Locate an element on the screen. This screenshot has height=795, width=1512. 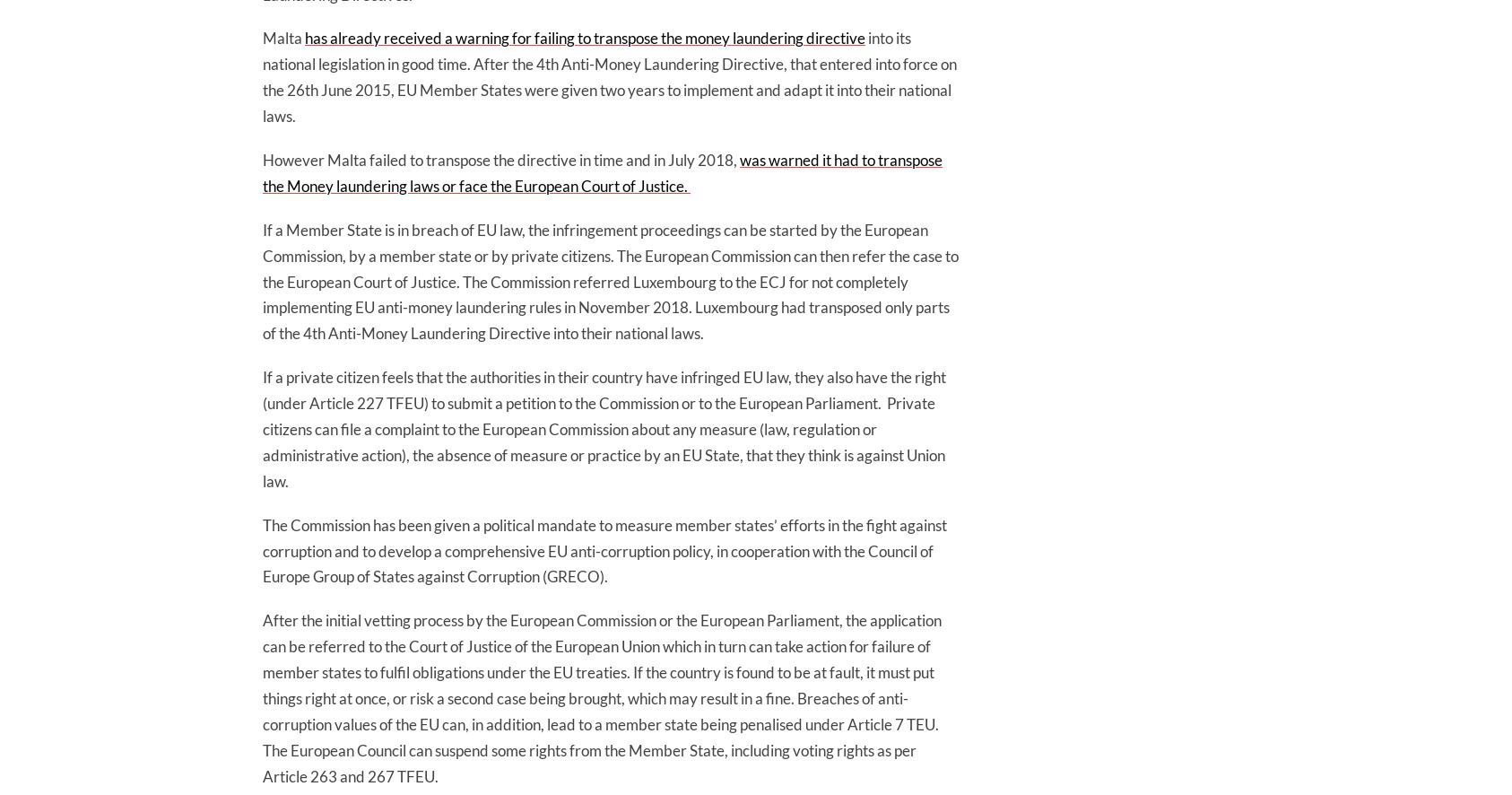
'Malta' is located at coordinates (282, 38).